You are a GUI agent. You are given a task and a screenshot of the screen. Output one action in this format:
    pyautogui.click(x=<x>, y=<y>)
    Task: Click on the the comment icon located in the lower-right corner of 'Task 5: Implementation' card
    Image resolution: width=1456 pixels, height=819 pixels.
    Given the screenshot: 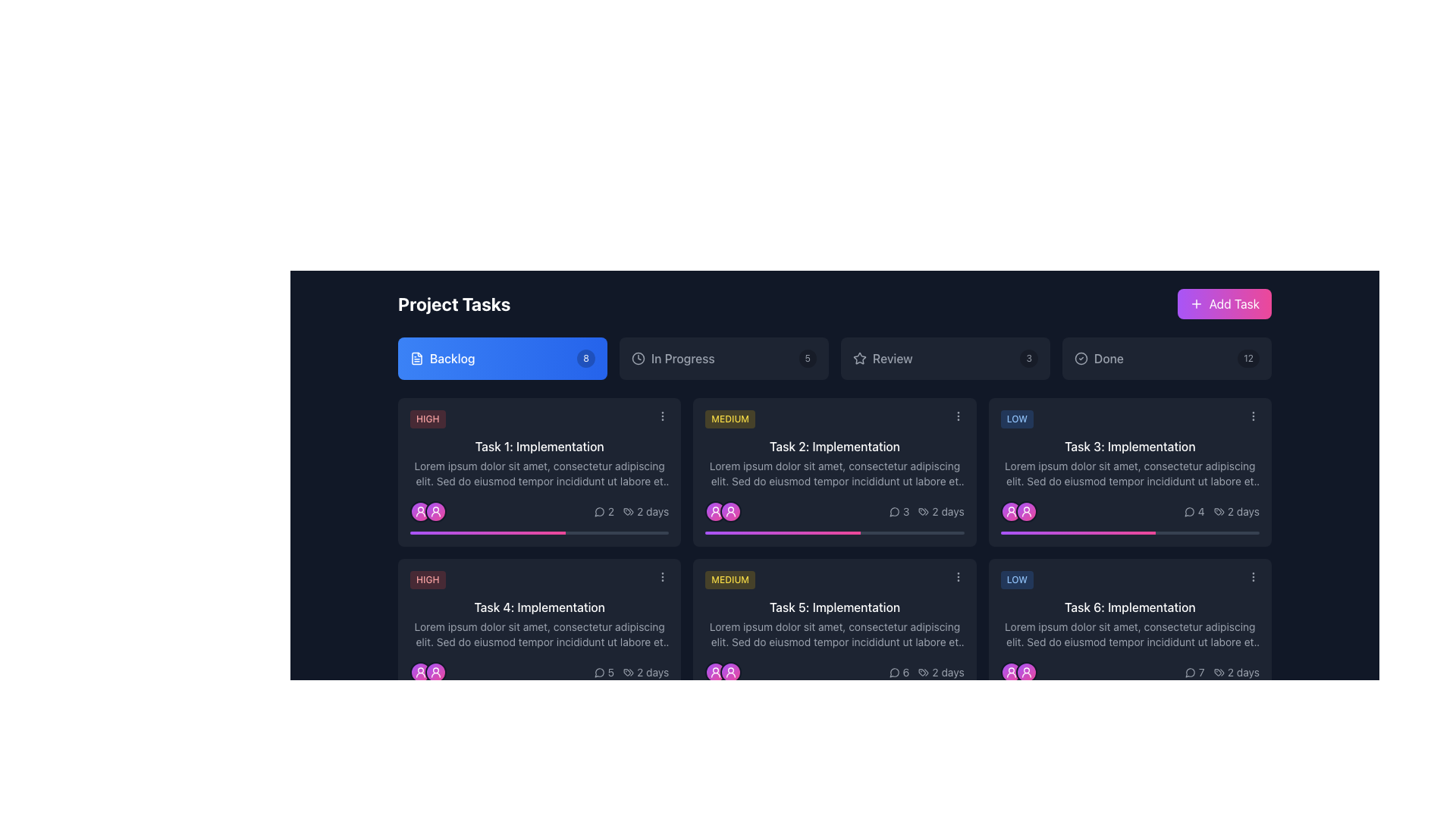 What is the action you would take?
    pyautogui.click(x=894, y=672)
    